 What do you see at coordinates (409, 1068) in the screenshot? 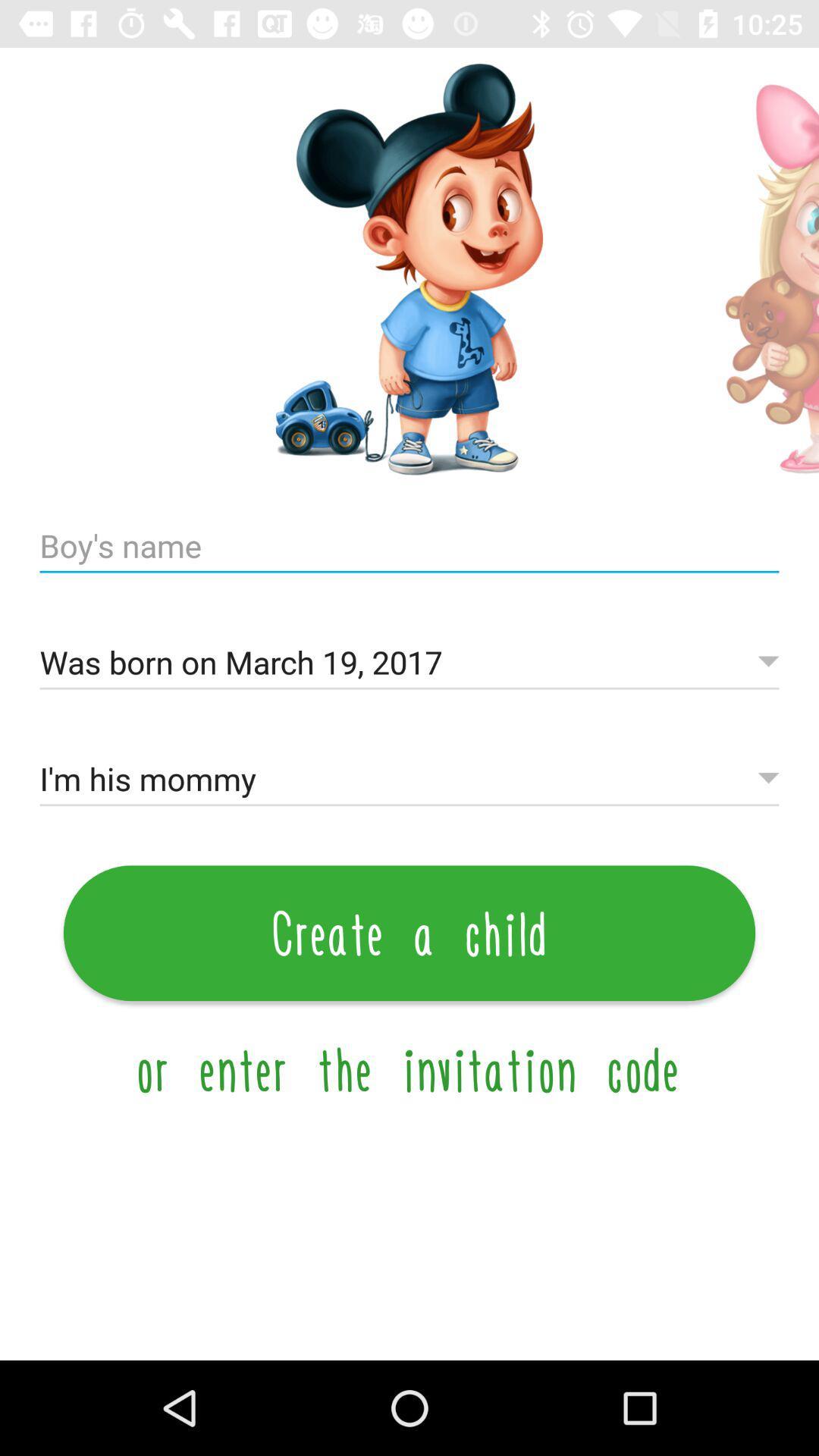
I see `item below create a child icon` at bounding box center [409, 1068].